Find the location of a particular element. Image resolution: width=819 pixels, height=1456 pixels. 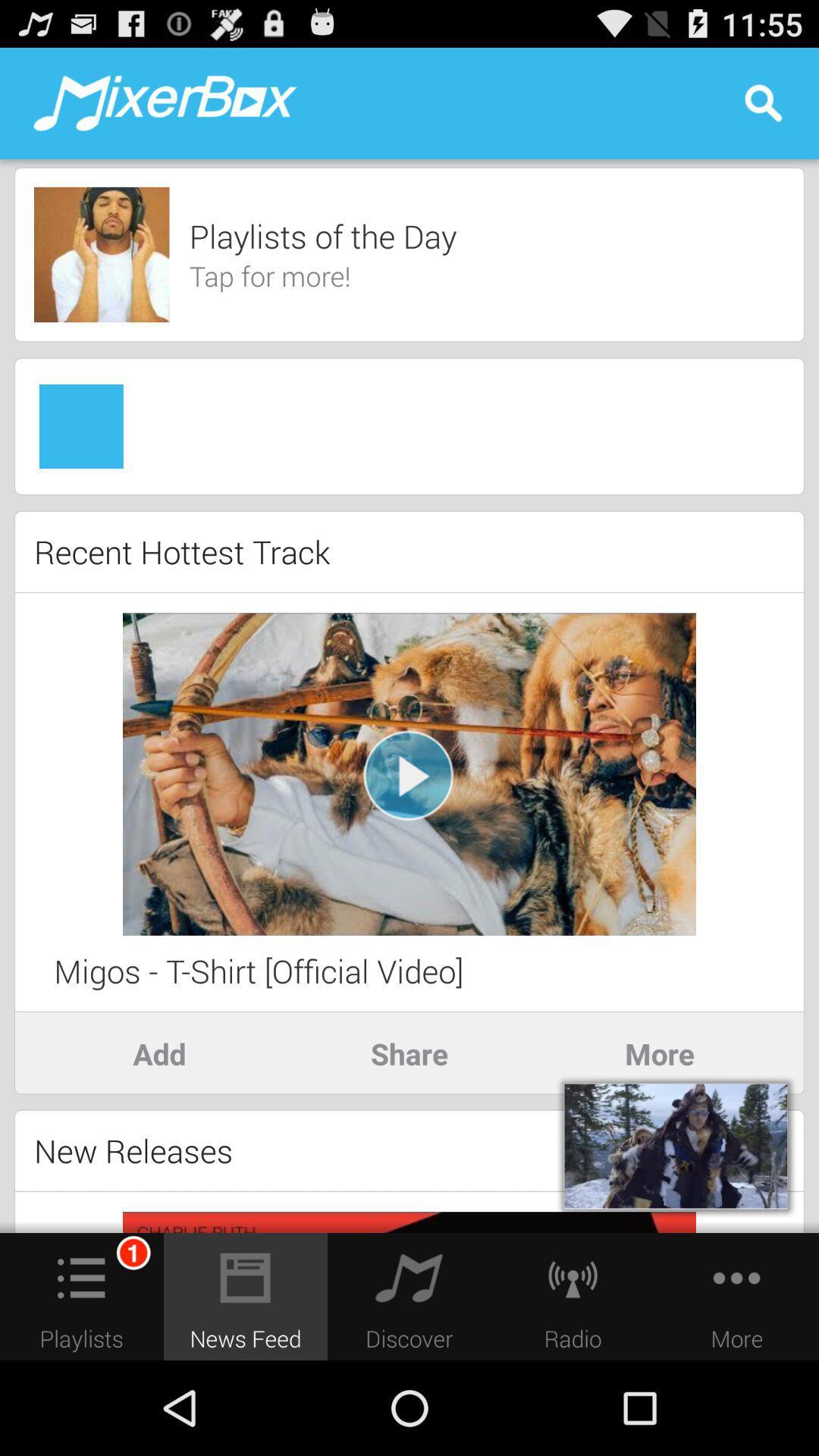

new releases icon is located at coordinates (133, 1150).